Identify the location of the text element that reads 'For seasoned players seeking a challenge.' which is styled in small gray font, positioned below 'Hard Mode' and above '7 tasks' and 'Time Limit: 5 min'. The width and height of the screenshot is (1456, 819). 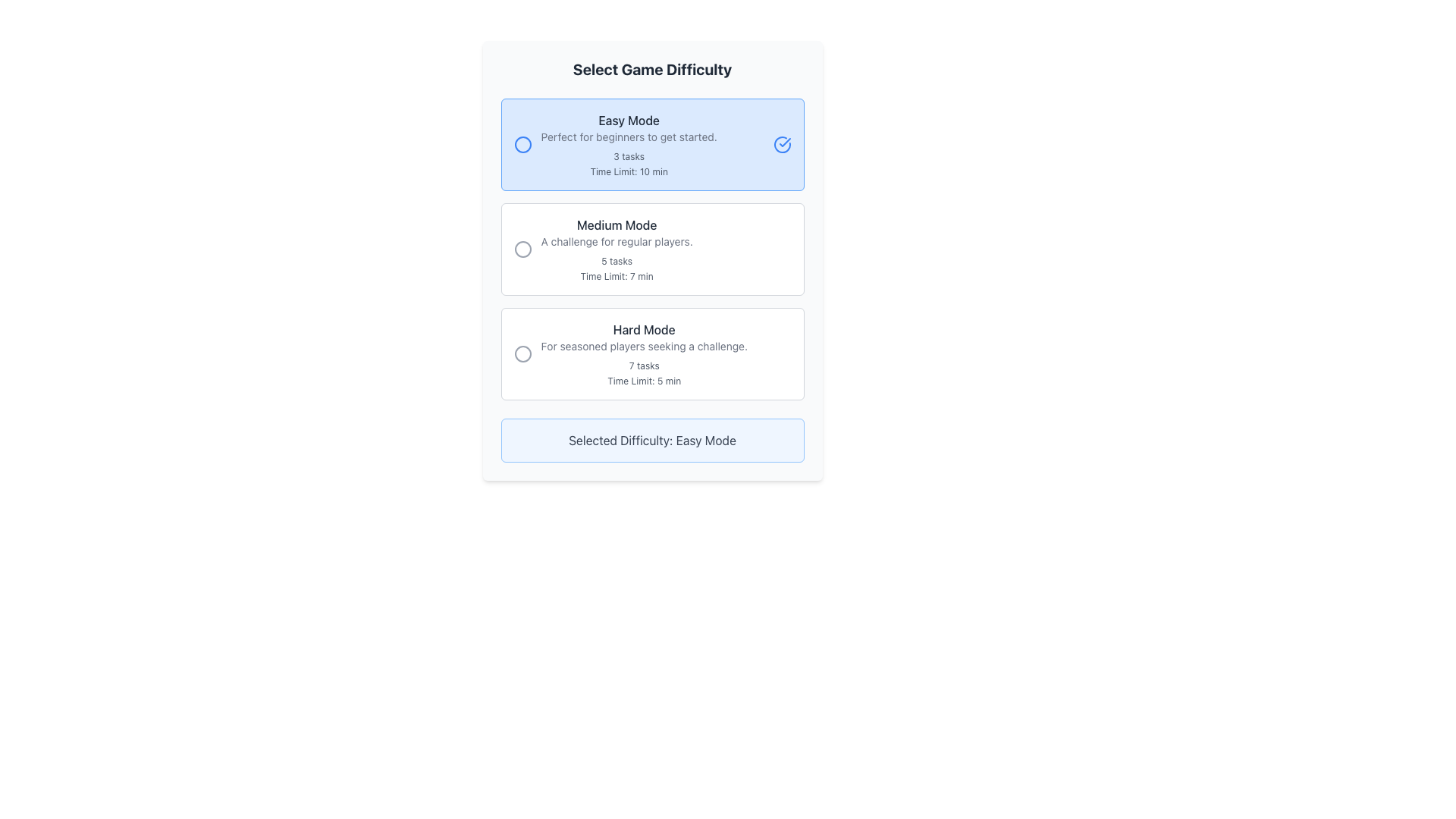
(644, 346).